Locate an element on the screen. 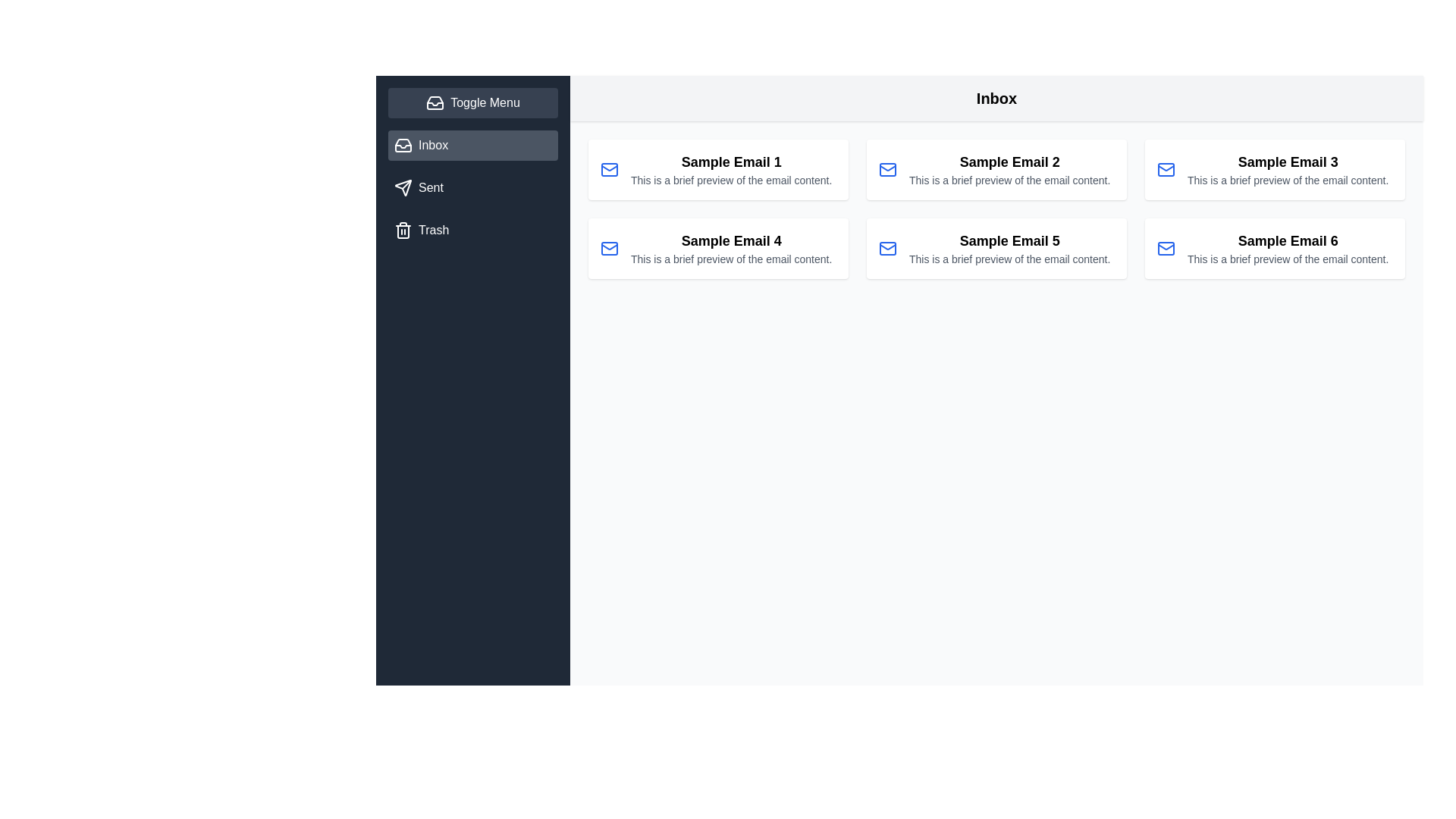  the second text element located below the title 'Sample Email 3' in the third email preview card of a grid layout is located at coordinates (1287, 180).